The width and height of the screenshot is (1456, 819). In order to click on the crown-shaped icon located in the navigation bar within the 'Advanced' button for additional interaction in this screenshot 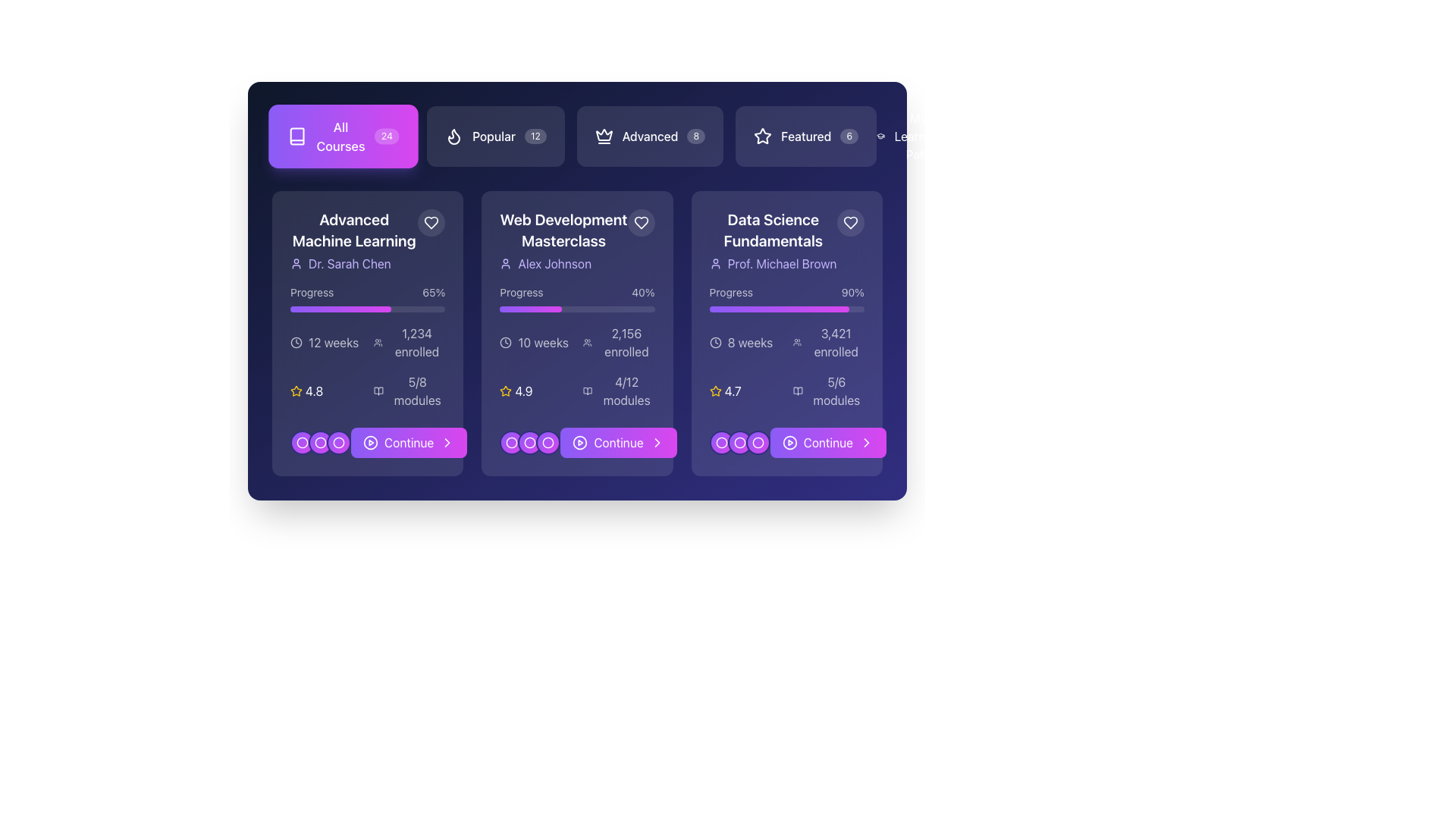, I will do `click(603, 133)`.